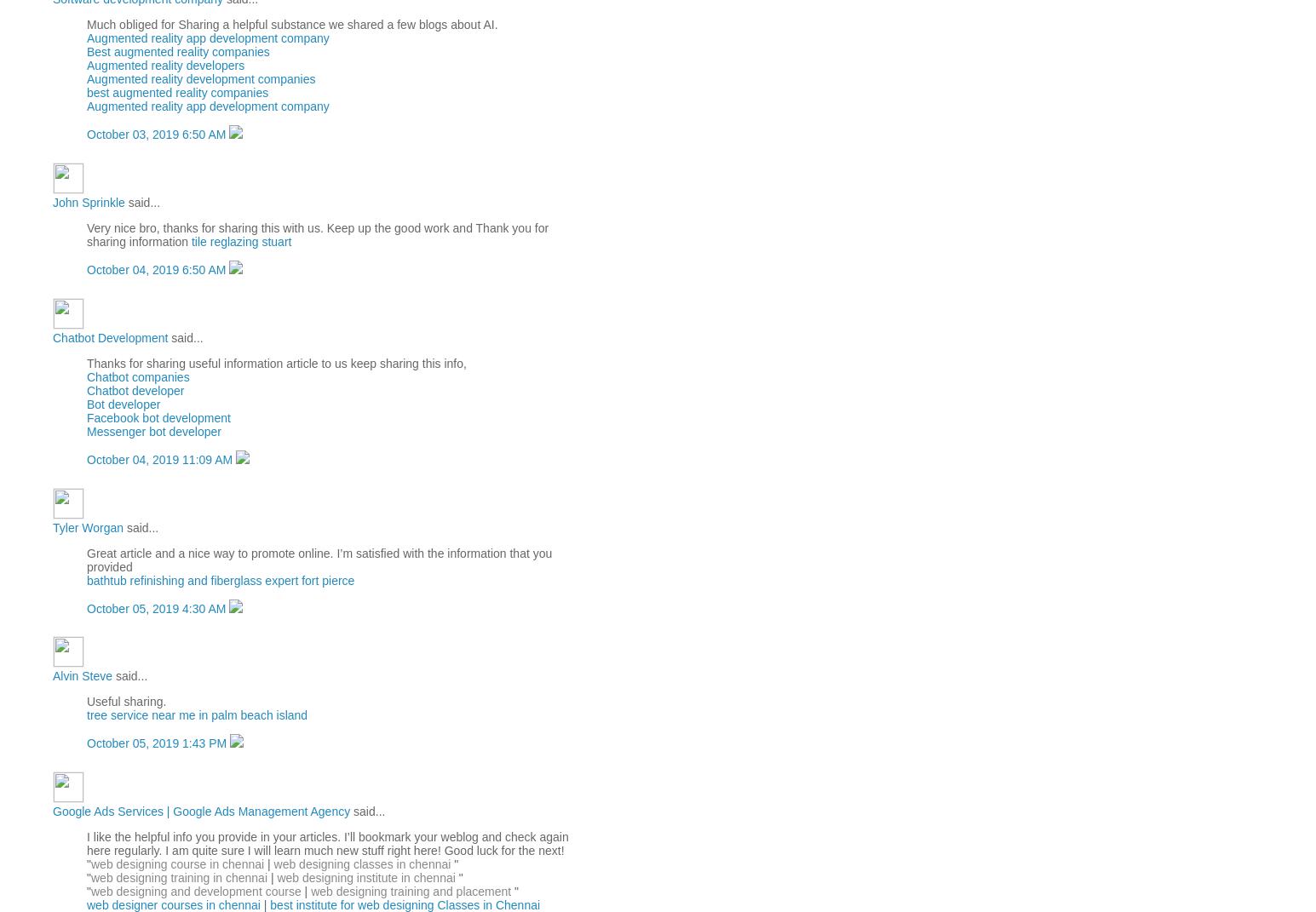 This screenshot has width=1316, height=912. I want to click on 'web designing institute in chennai', so click(365, 878).